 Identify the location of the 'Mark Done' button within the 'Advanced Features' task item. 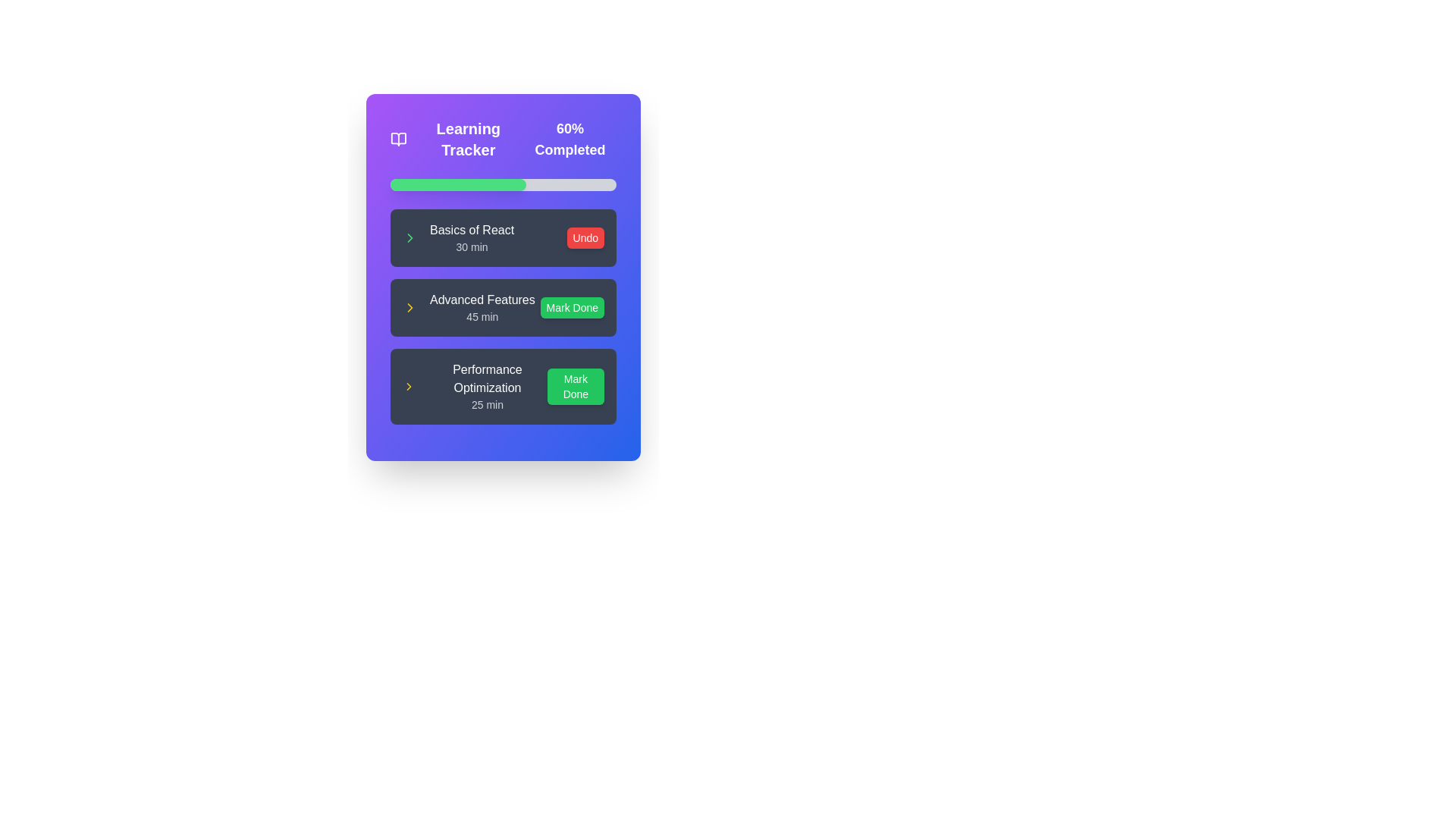
(503, 315).